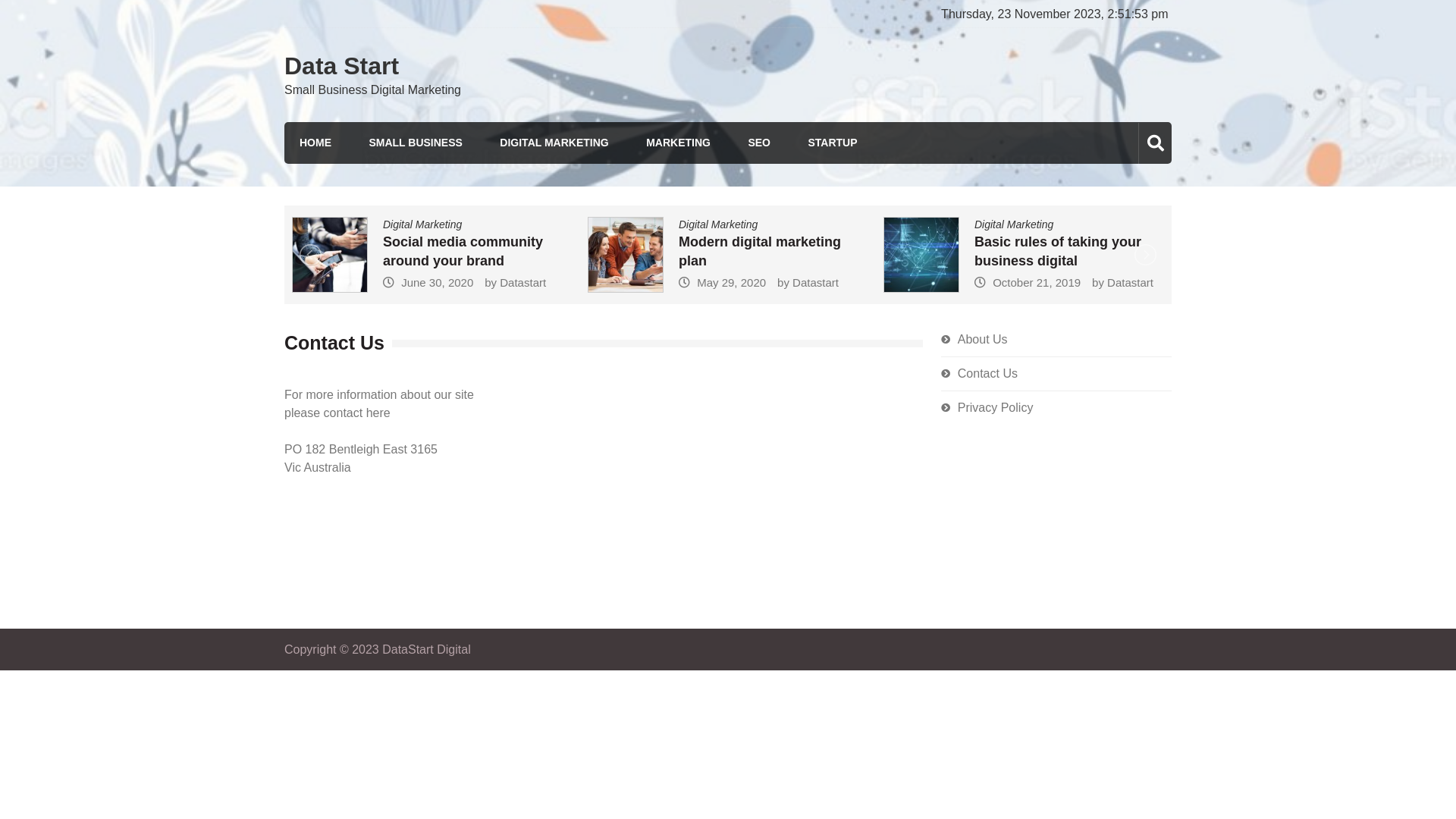 Image resolution: width=1456 pixels, height=819 pixels. Describe the element at coordinates (1095, 250) in the screenshot. I see `'Basic rules of taking your business digital'` at that location.